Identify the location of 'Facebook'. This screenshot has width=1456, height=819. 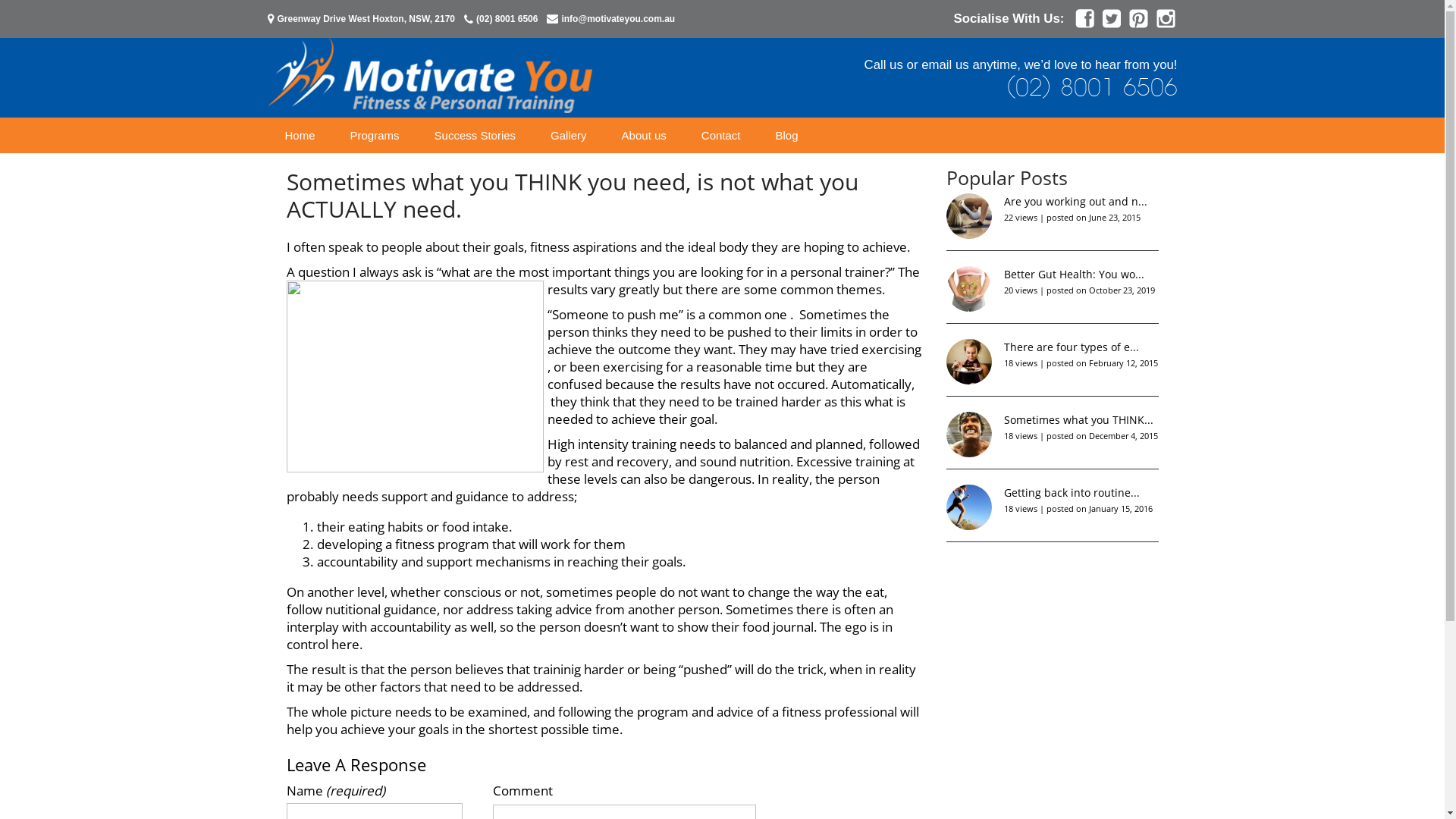
(1084, 24).